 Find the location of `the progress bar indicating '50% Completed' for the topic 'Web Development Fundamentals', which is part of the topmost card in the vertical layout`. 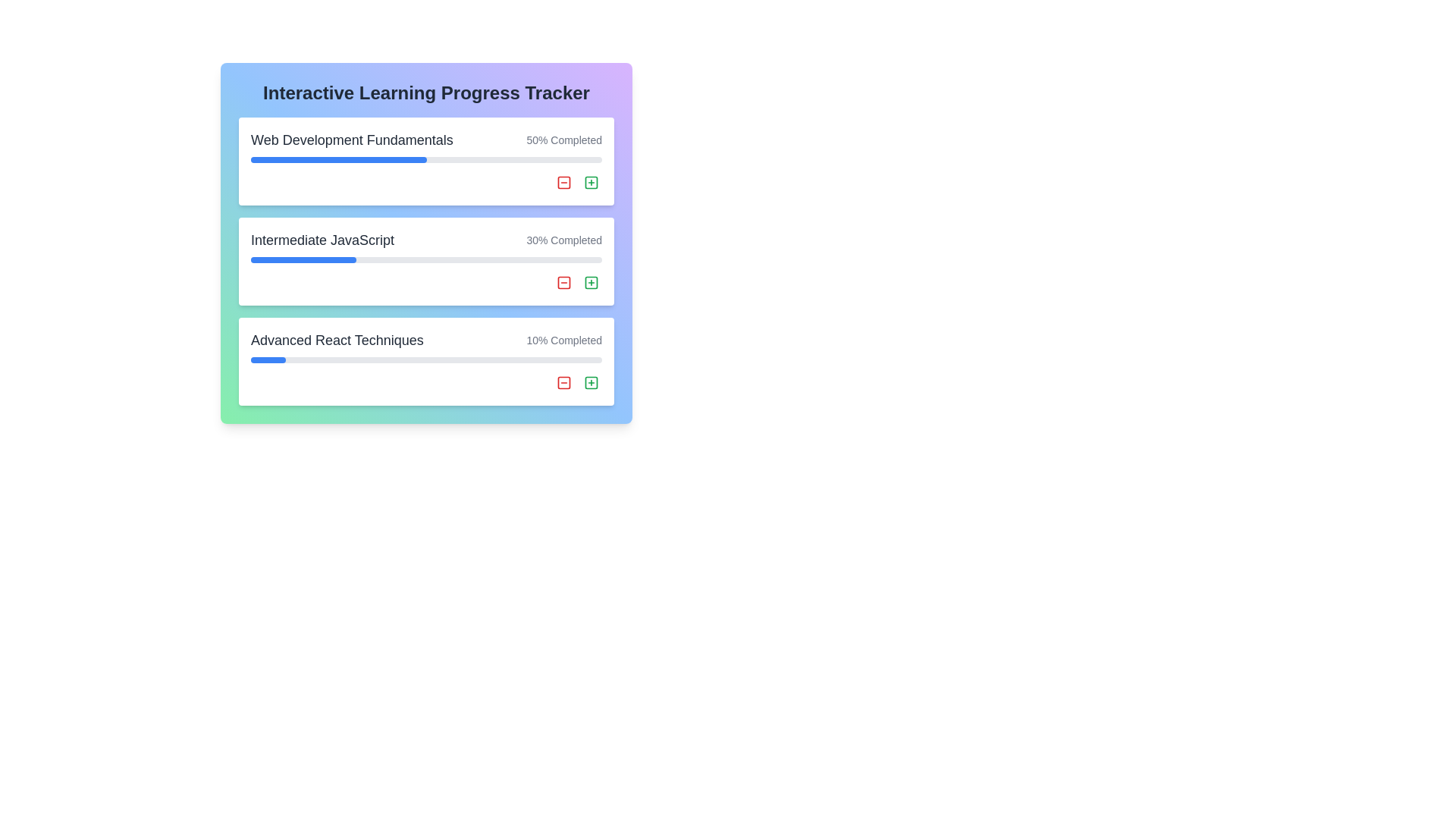

the progress bar indicating '50% Completed' for the topic 'Web Development Fundamentals', which is part of the topmost card in the vertical layout is located at coordinates (425, 160).